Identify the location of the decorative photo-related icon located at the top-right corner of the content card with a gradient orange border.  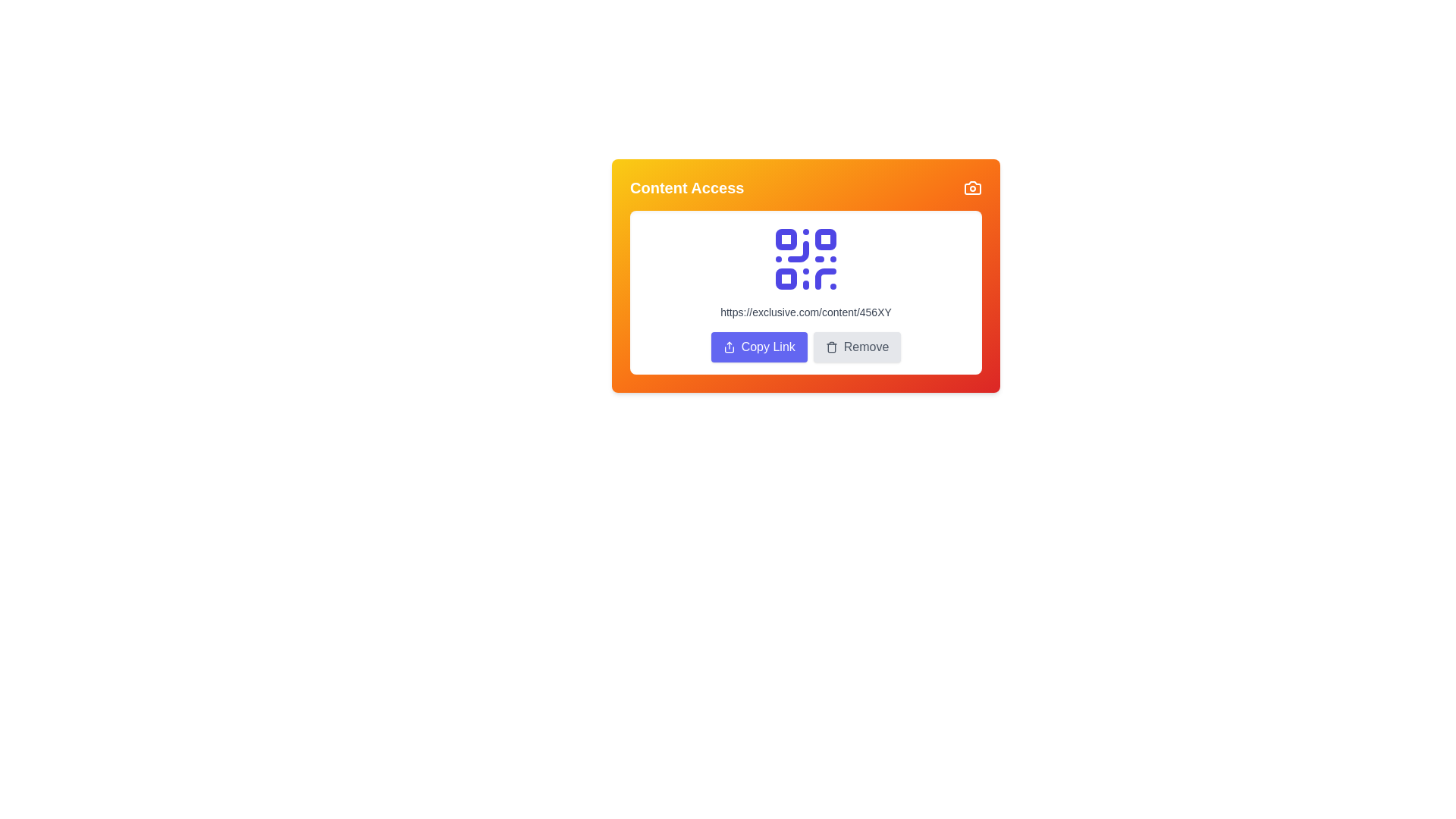
(972, 187).